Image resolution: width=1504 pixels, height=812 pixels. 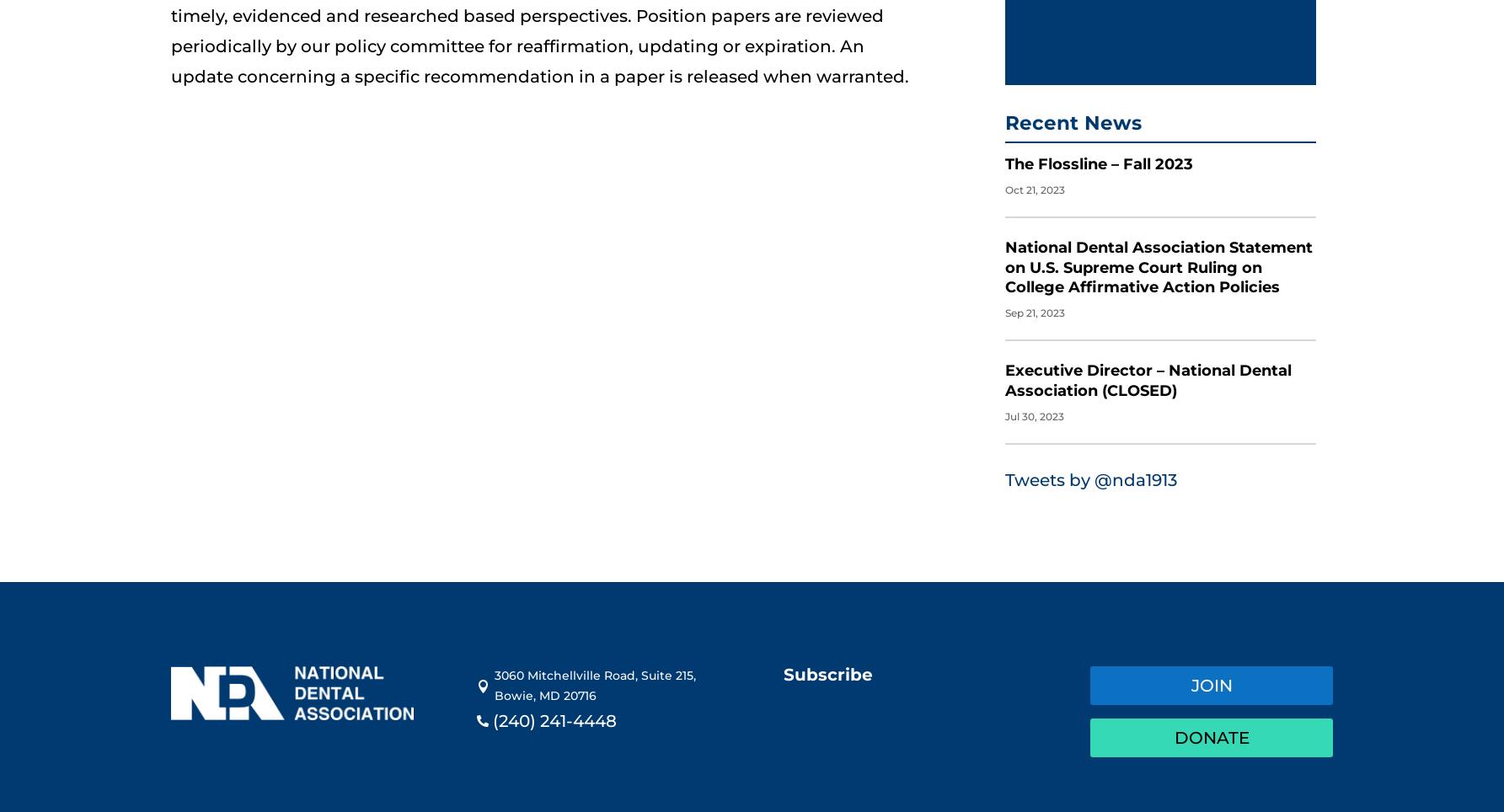 What do you see at coordinates (1210, 669) in the screenshot?
I see `'Join'` at bounding box center [1210, 669].